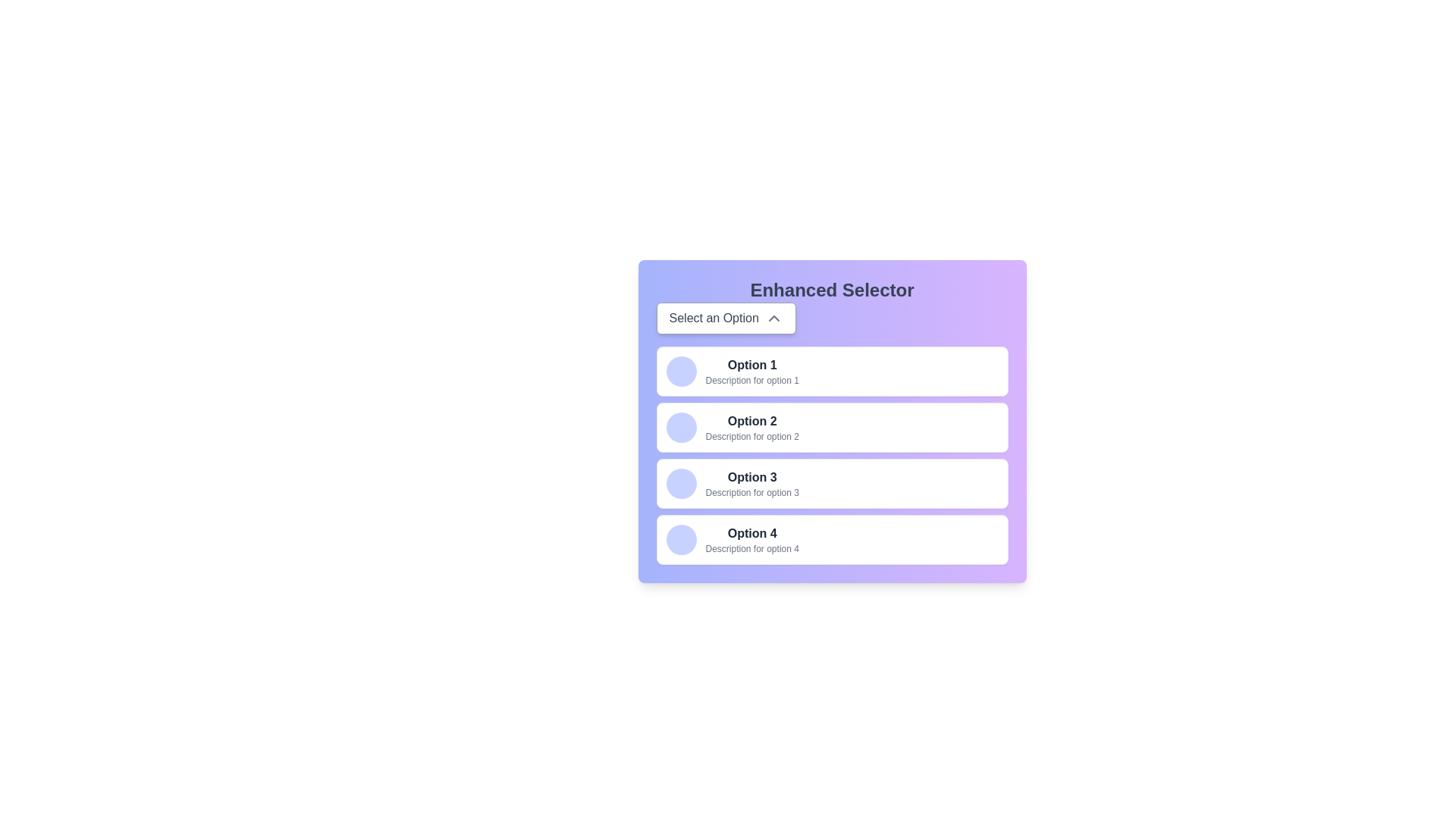  I want to click on the first list item titled 'Option 1' with a subtitle 'Description for option 1' beneath it, which is located directly beneath the title 'Enhanced Selector', so click(831, 371).